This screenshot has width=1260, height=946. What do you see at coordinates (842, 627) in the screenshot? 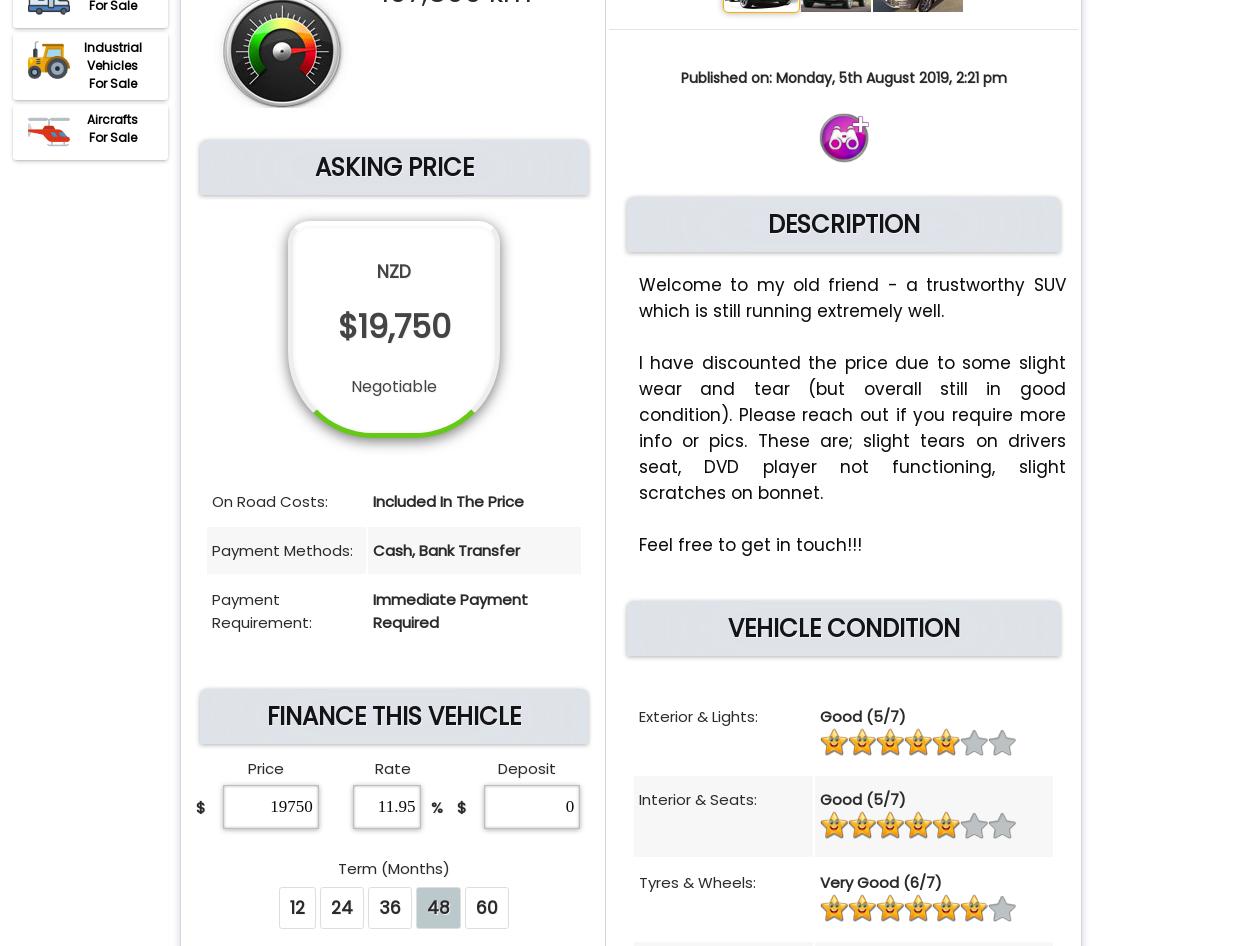
I see `'VEHICLE CONDITION'` at bounding box center [842, 627].